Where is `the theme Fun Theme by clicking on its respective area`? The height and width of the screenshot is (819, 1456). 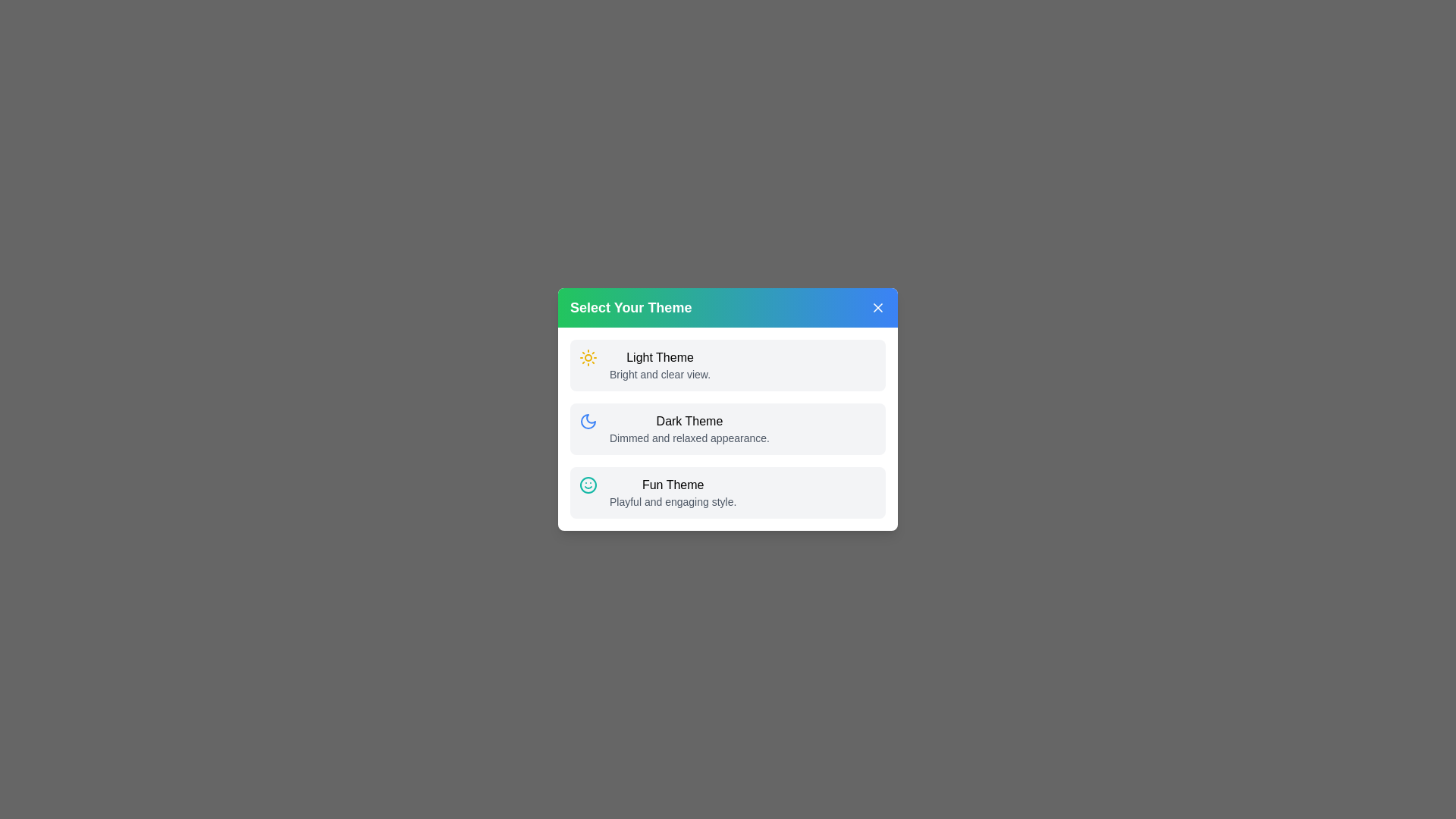
the theme Fun Theme by clicking on its respective area is located at coordinates (728, 493).